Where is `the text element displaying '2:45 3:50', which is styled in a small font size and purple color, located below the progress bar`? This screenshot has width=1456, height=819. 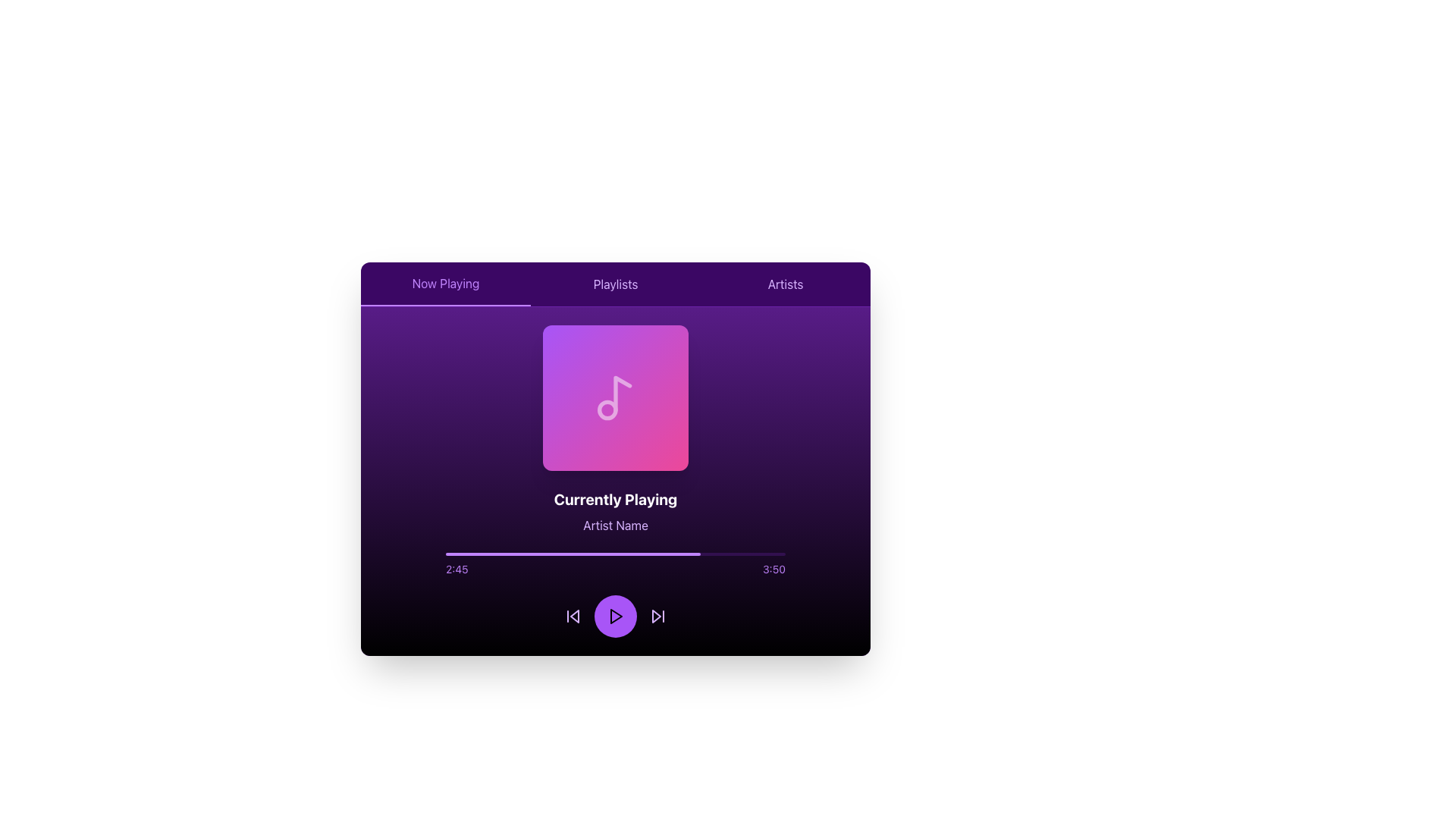
the text element displaying '2:45 3:50', which is styled in a small font size and purple color, located below the progress bar is located at coordinates (615, 570).